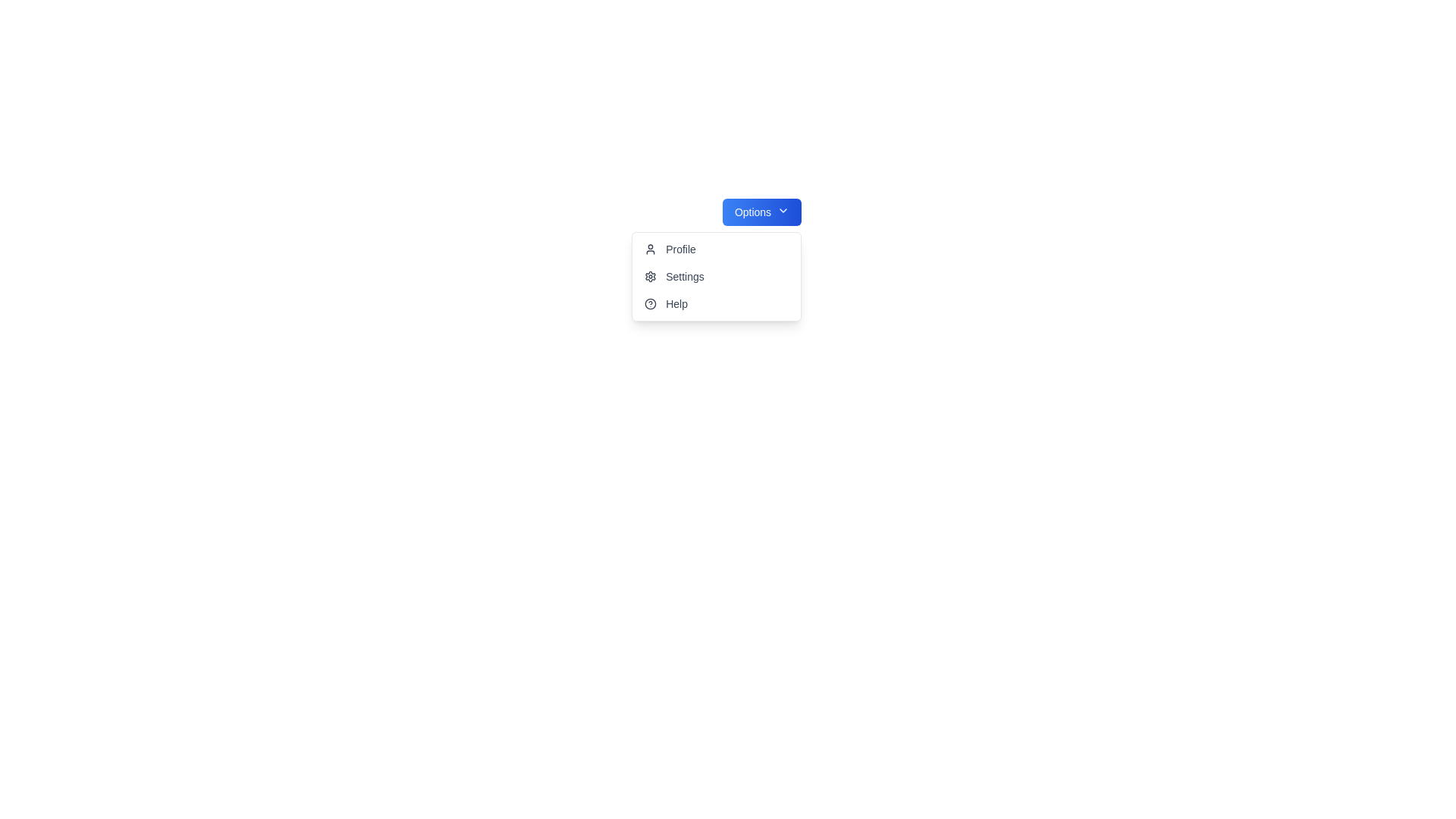 This screenshot has width=1456, height=819. I want to click on the 'Profile' button, so click(716, 248).